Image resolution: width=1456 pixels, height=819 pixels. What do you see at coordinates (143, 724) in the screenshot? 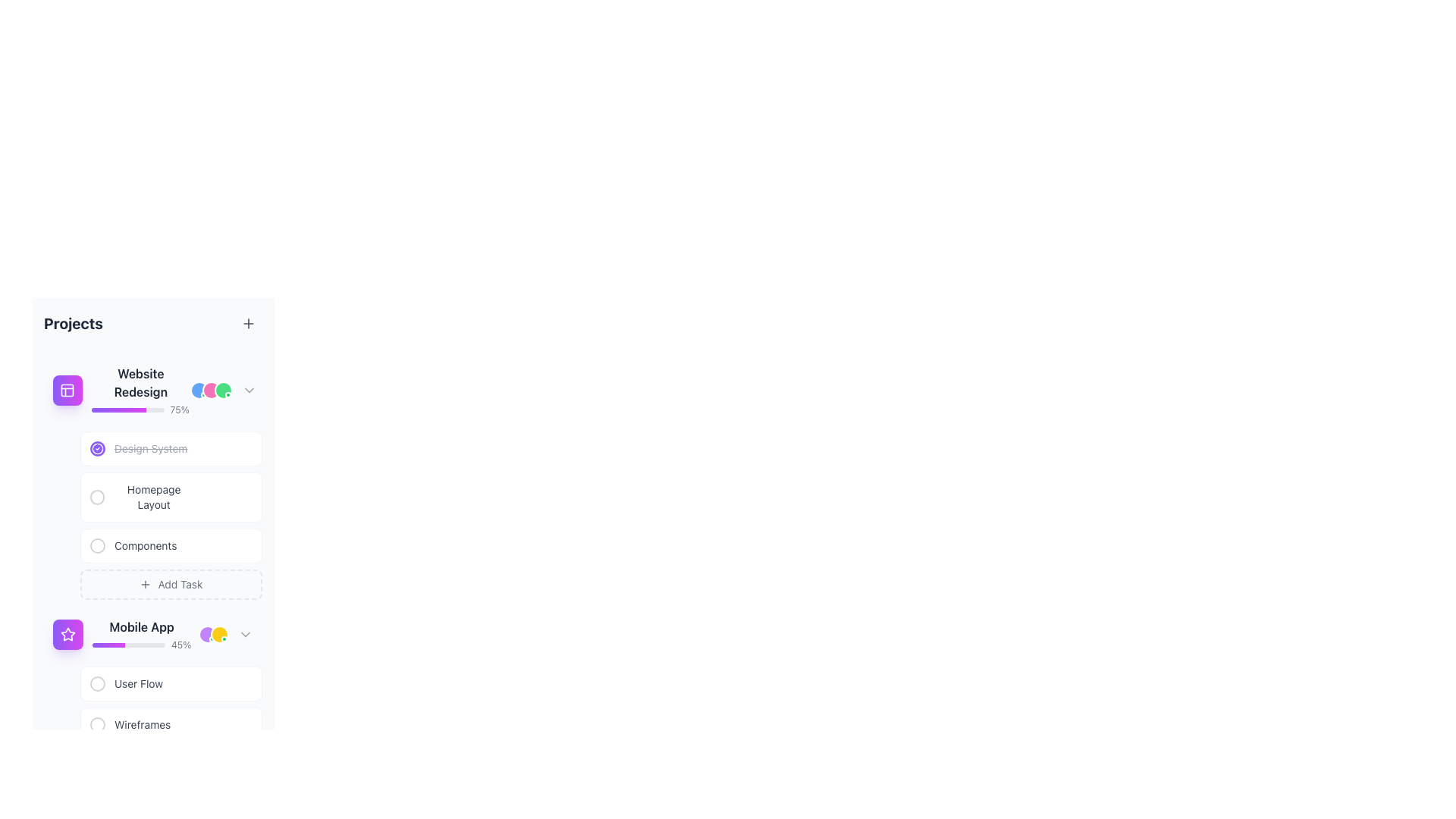
I see `the static text label displaying 'Wireframes' in gray color, which is positioned in the 'Mobile App' section of the left-side panel, adjacent to a circular checkbox` at bounding box center [143, 724].